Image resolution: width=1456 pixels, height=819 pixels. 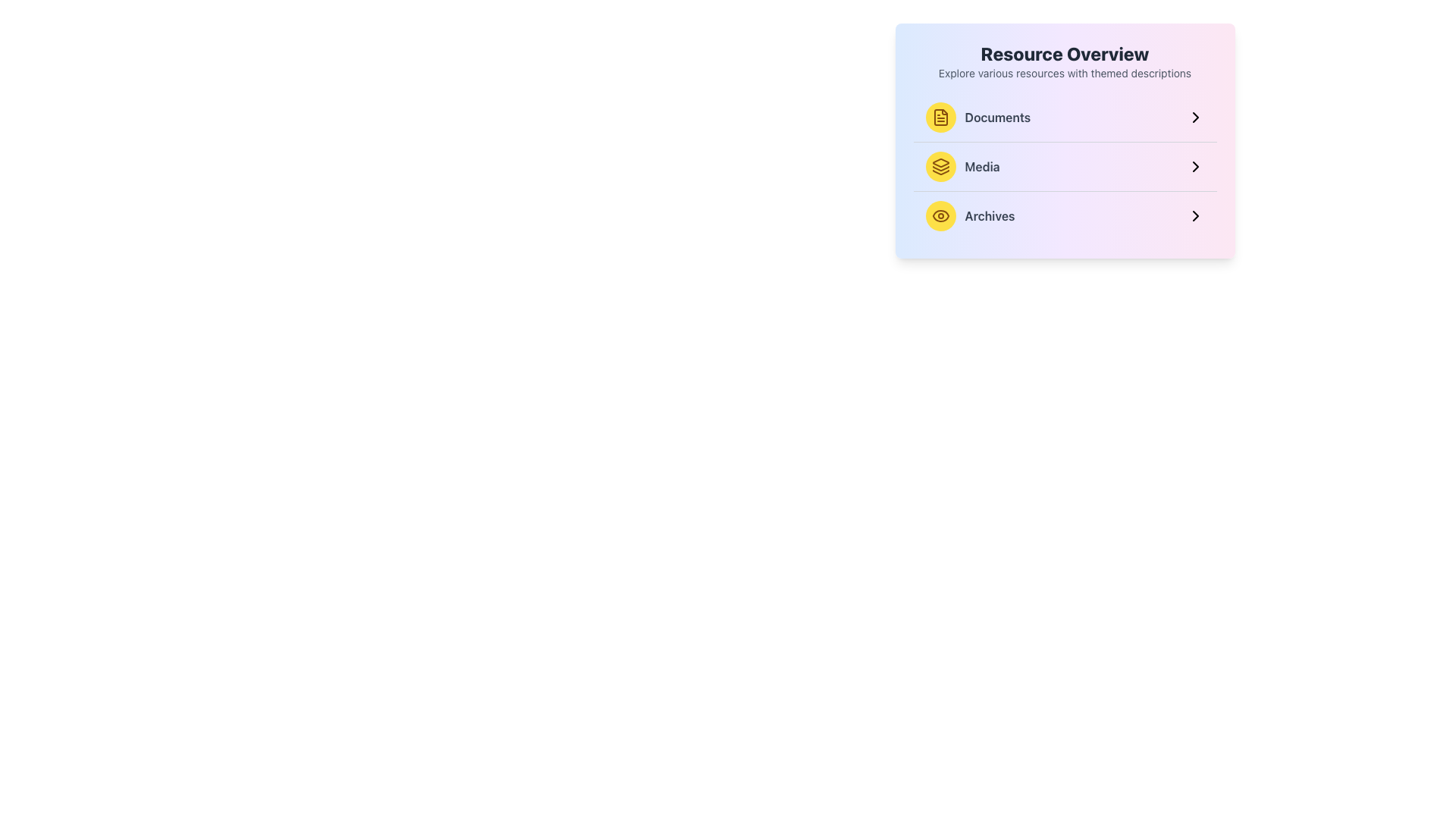 What do you see at coordinates (940, 166) in the screenshot?
I see `details of the Circular icon badge that serves as a visual indicator for the 'Media' section, located to the left of the 'Media' label in the 'Resource Overview' card` at bounding box center [940, 166].